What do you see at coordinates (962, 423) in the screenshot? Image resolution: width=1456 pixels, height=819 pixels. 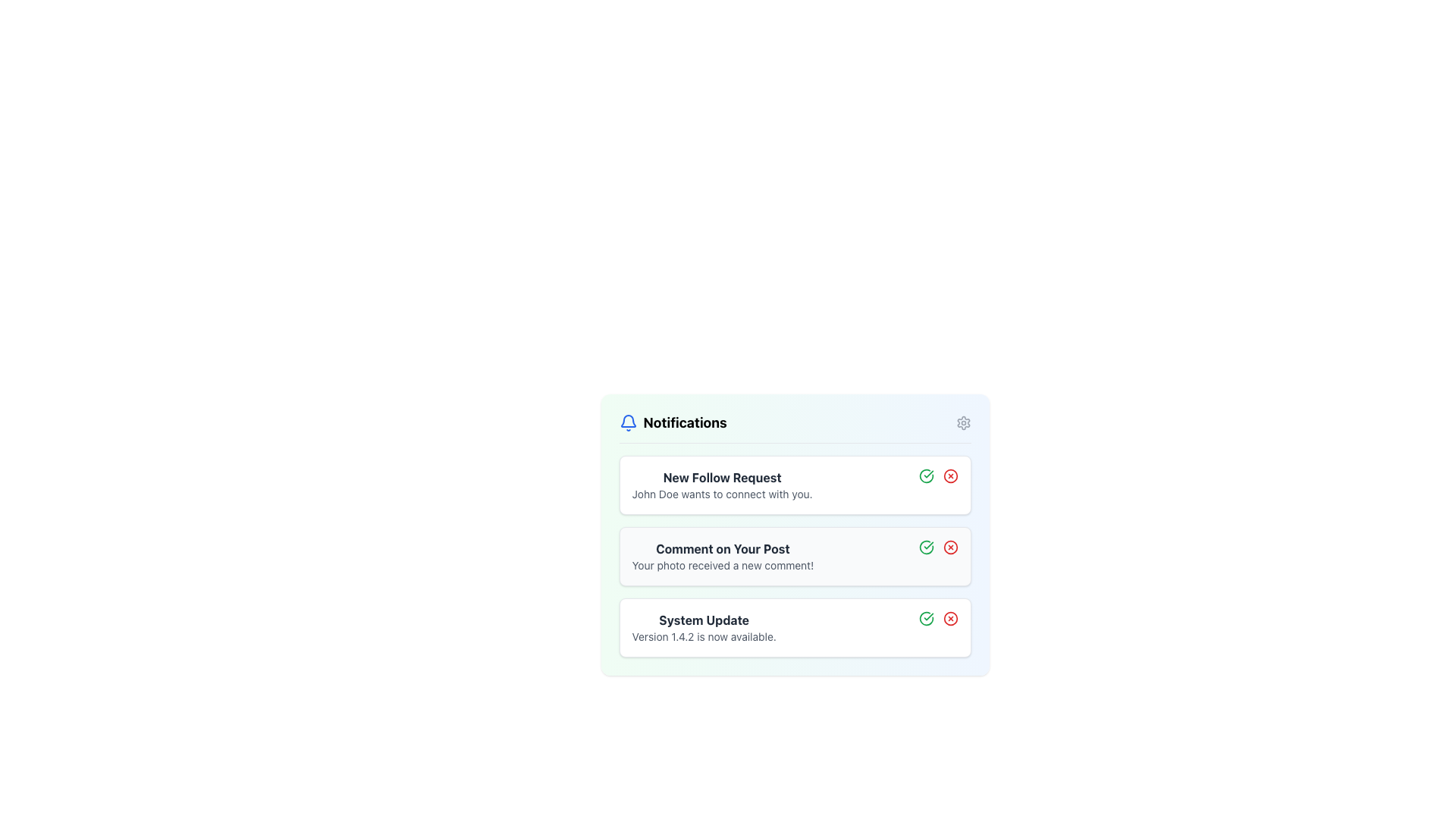 I see `the gear/settings icon located in the top-right corner of the notifications panel` at bounding box center [962, 423].